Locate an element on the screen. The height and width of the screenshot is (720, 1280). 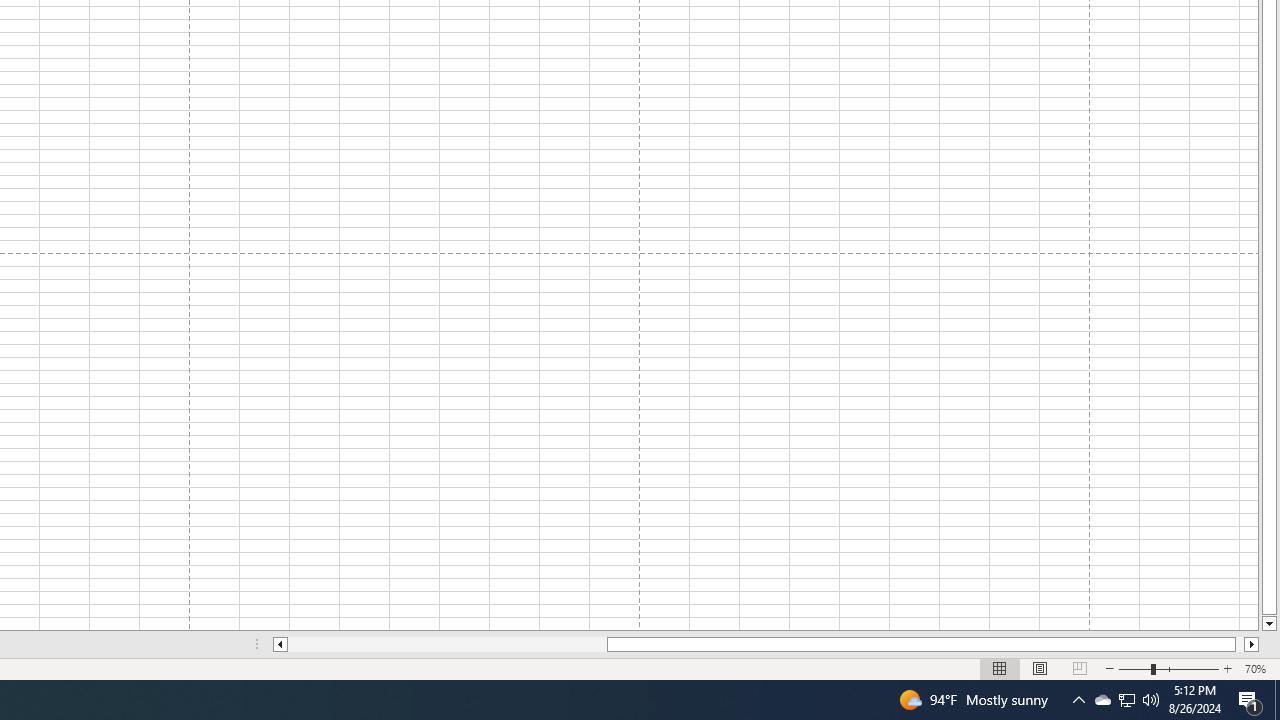
'Line down' is located at coordinates (1268, 623).